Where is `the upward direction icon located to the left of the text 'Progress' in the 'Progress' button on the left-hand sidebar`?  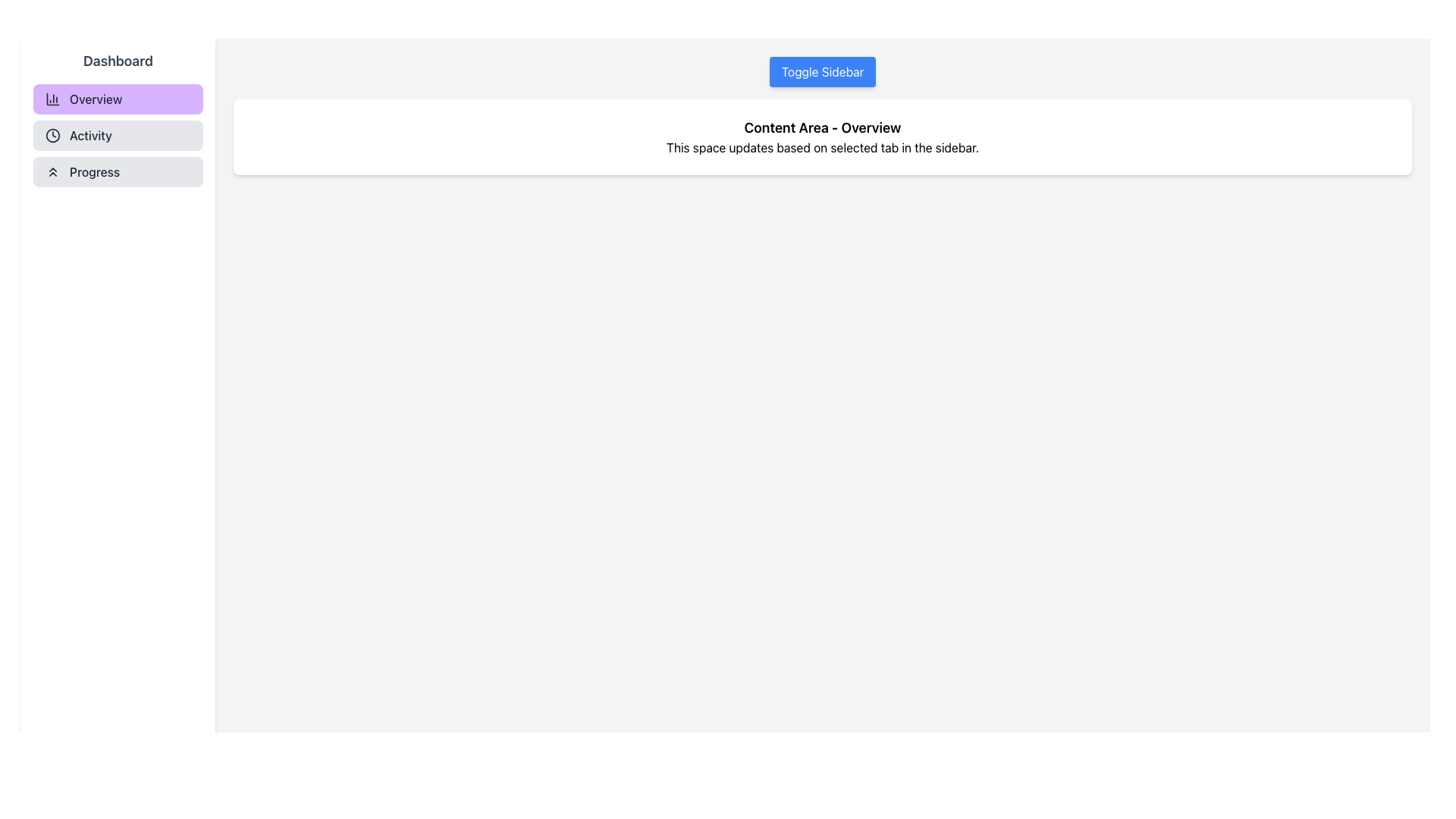
the upward direction icon located to the left of the text 'Progress' in the 'Progress' button on the left-hand sidebar is located at coordinates (53, 171).